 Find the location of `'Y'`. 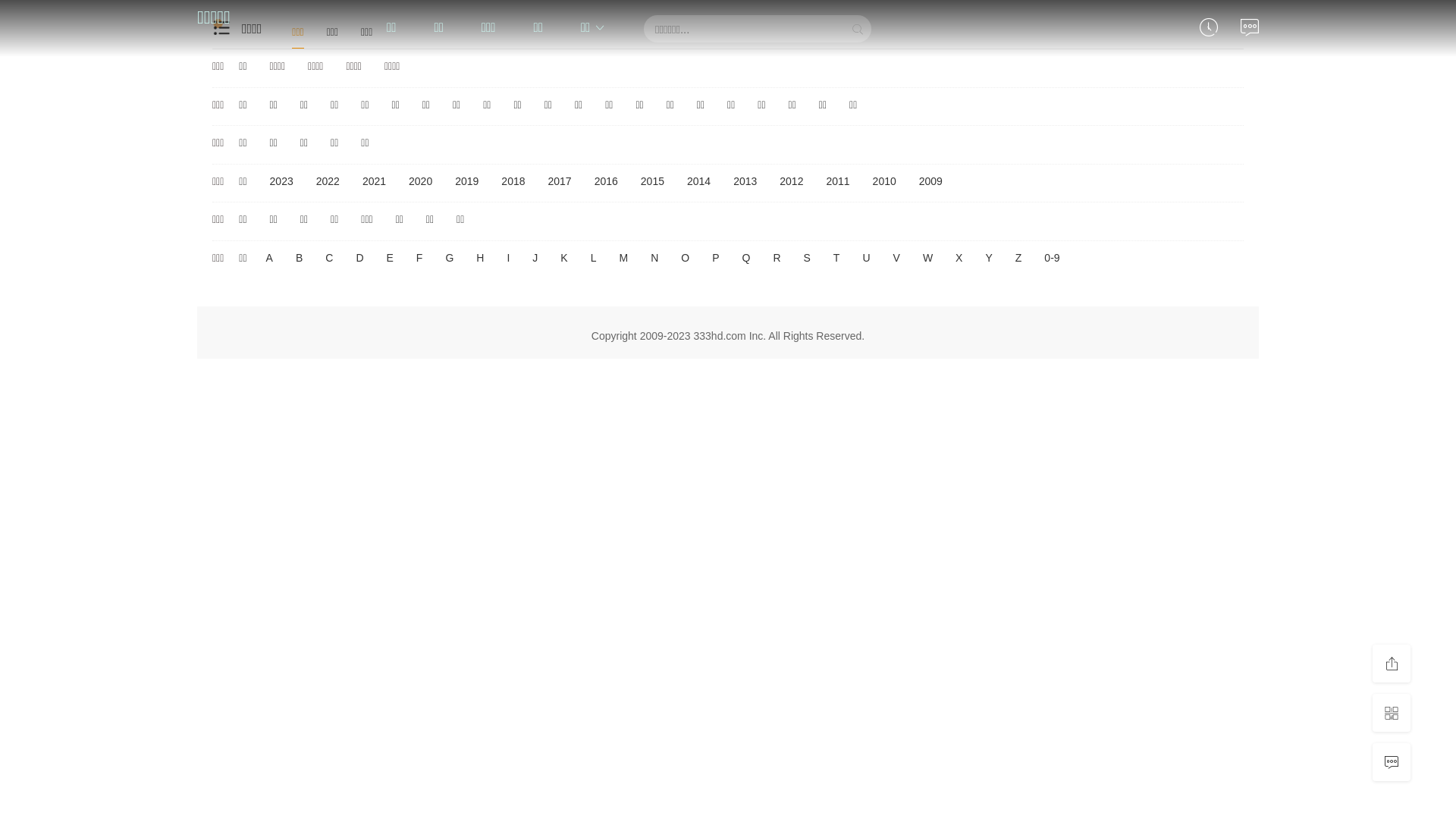

'Y' is located at coordinates (988, 257).